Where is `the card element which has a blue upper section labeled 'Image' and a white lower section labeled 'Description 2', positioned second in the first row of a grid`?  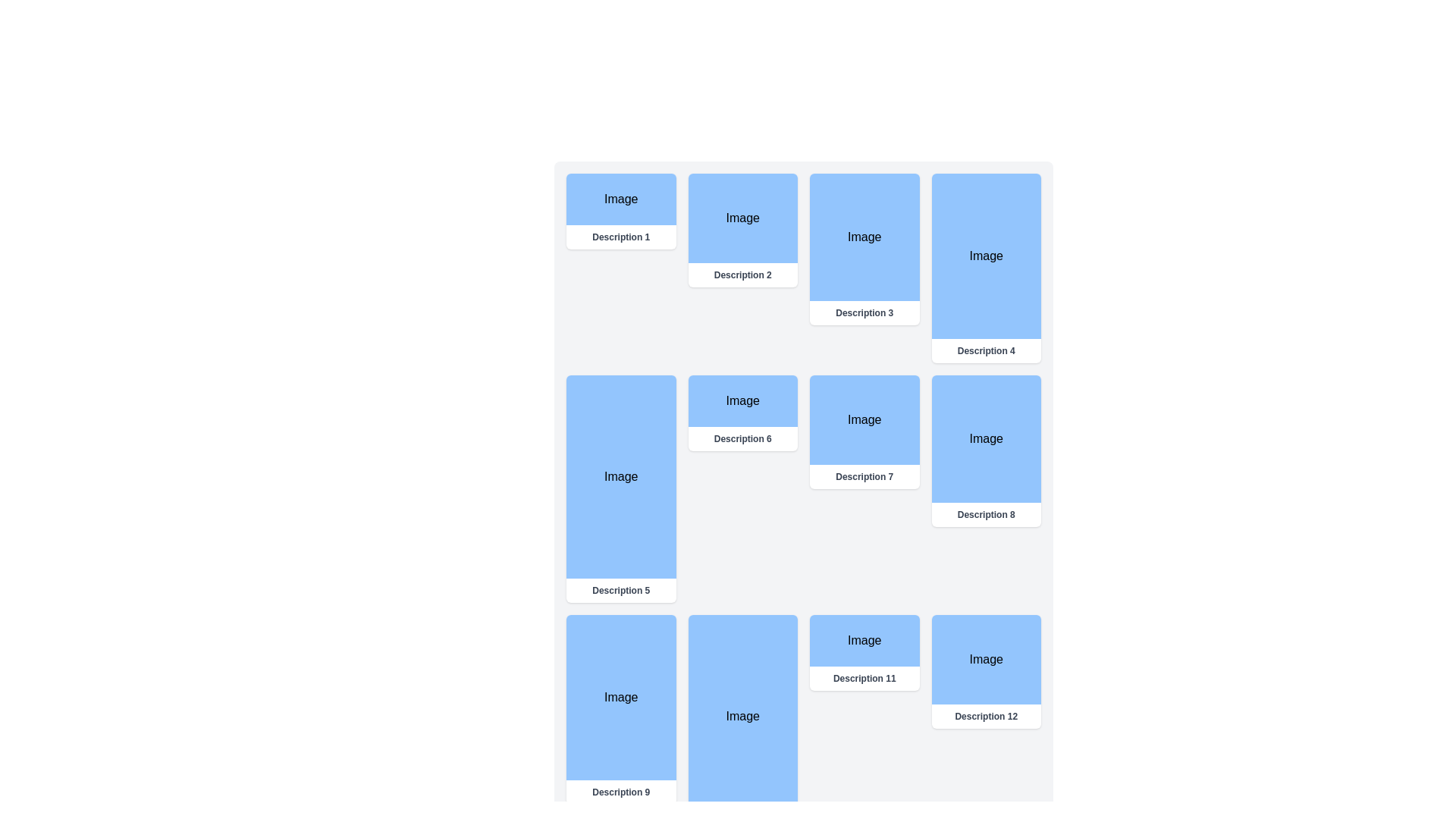
the card element which has a blue upper section labeled 'Image' and a white lower section labeled 'Description 2', positioned second in the first row of a grid is located at coordinates (742, 231).